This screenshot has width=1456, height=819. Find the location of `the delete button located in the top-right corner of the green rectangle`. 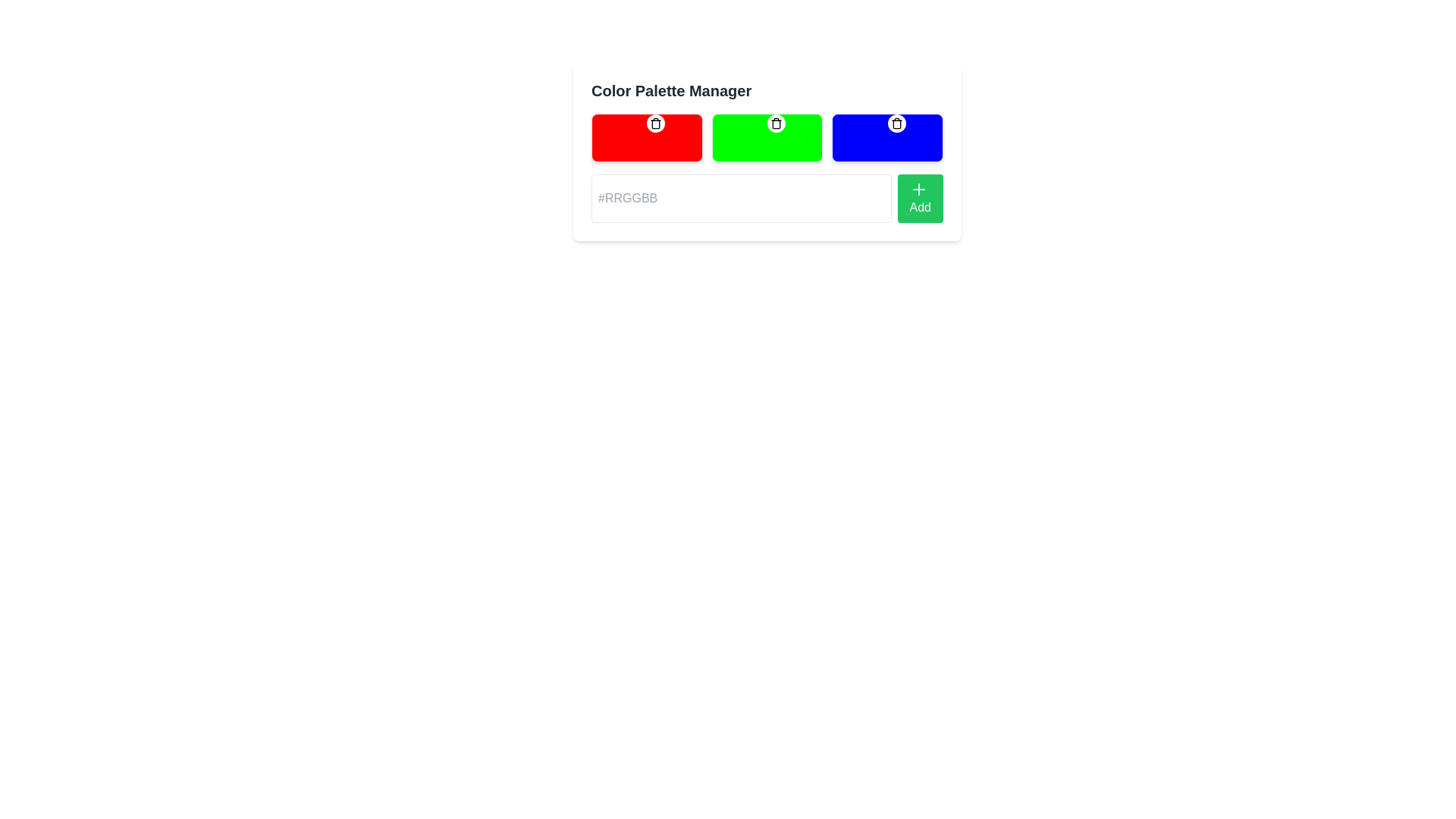

the delete button located in the top-right corner of the green rectangle is located at coordinates (776, 122).